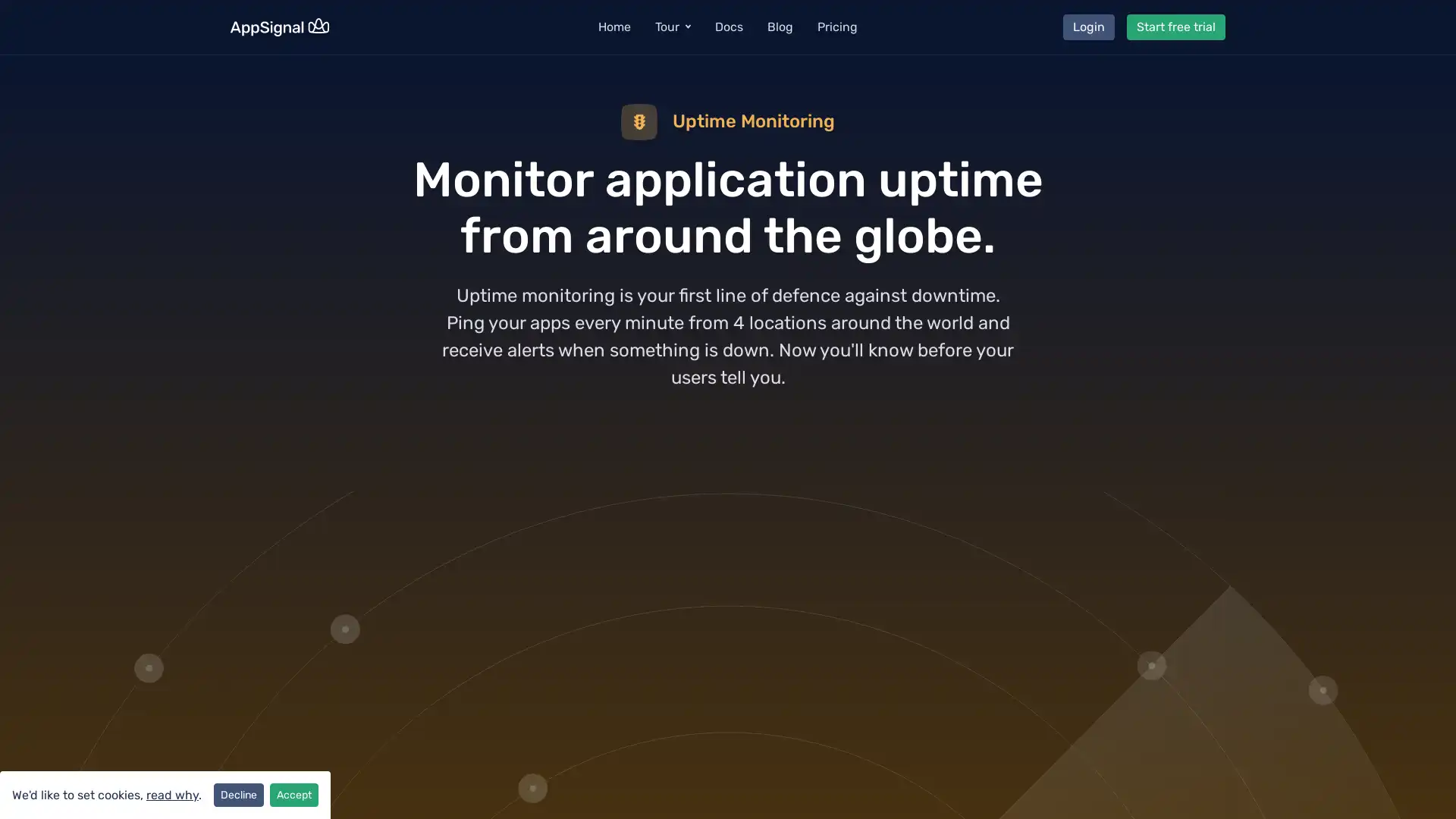  Describe the element at coordinates (238, 794) in the screenshot. I see `Decline` at that location.